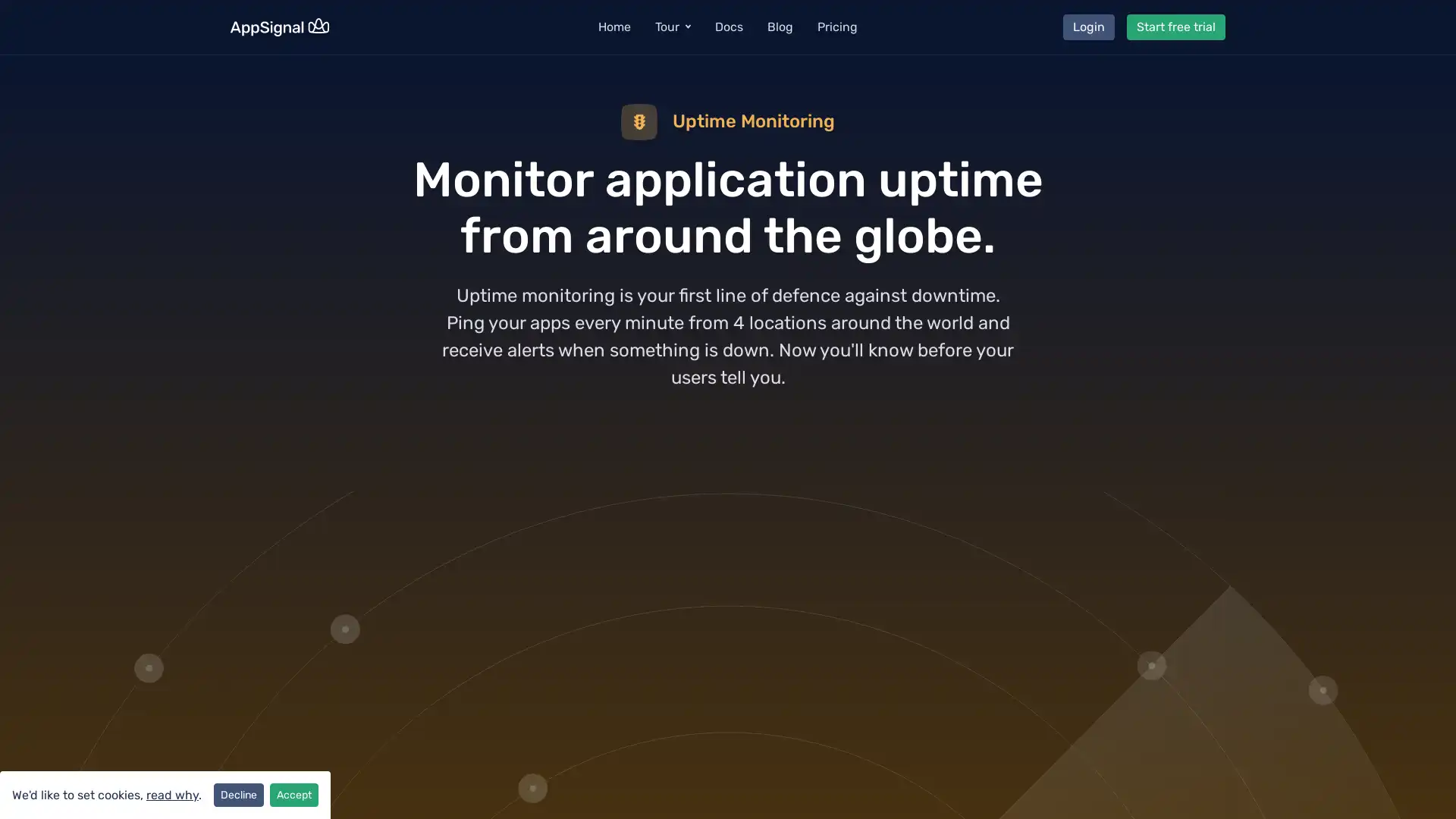  Describe the element at coordinates (238, 794) in the screenshot. I see `Decline` at that location.